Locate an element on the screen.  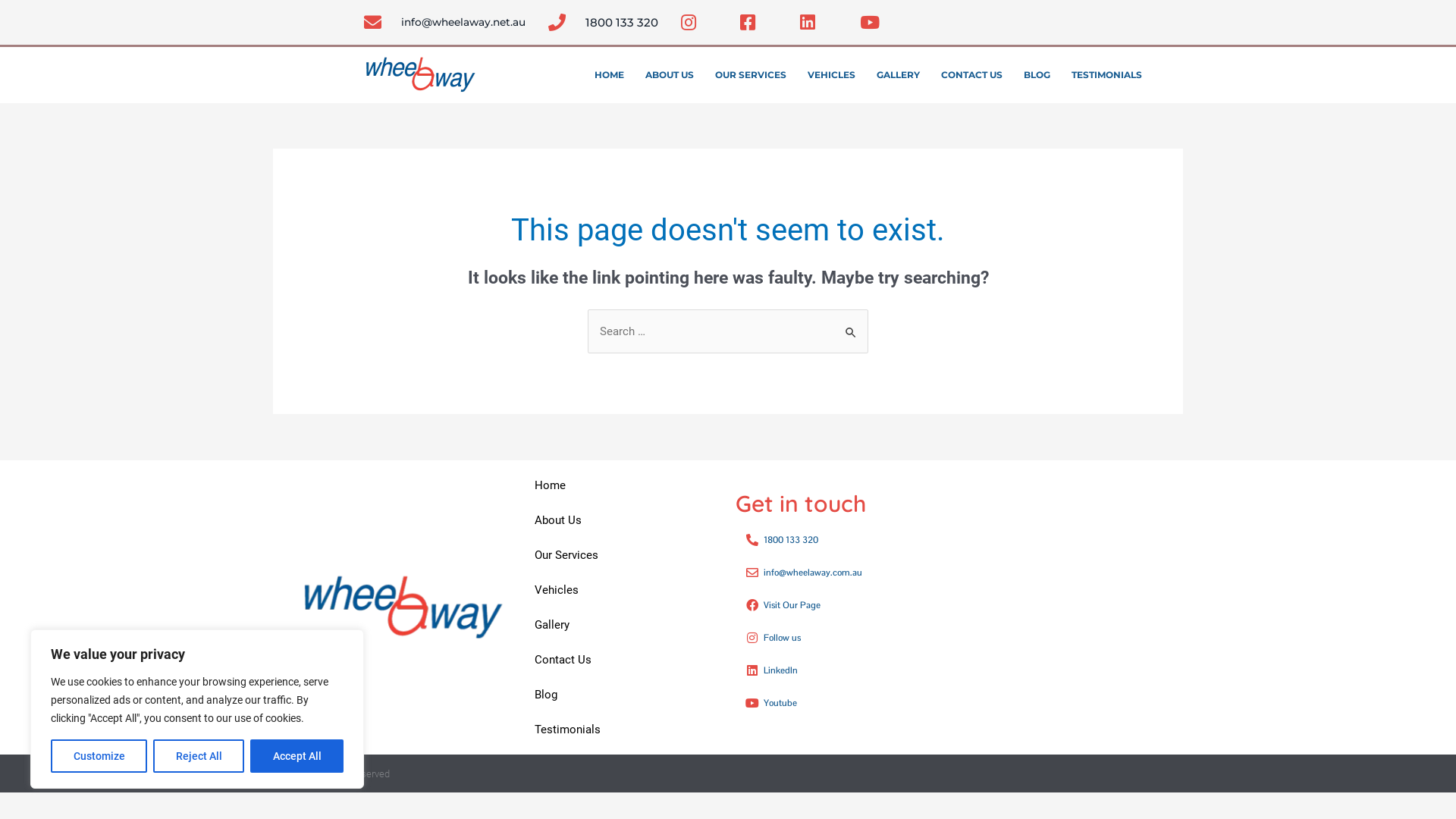
'1800 133 320' is located at coordinates (839, 539).